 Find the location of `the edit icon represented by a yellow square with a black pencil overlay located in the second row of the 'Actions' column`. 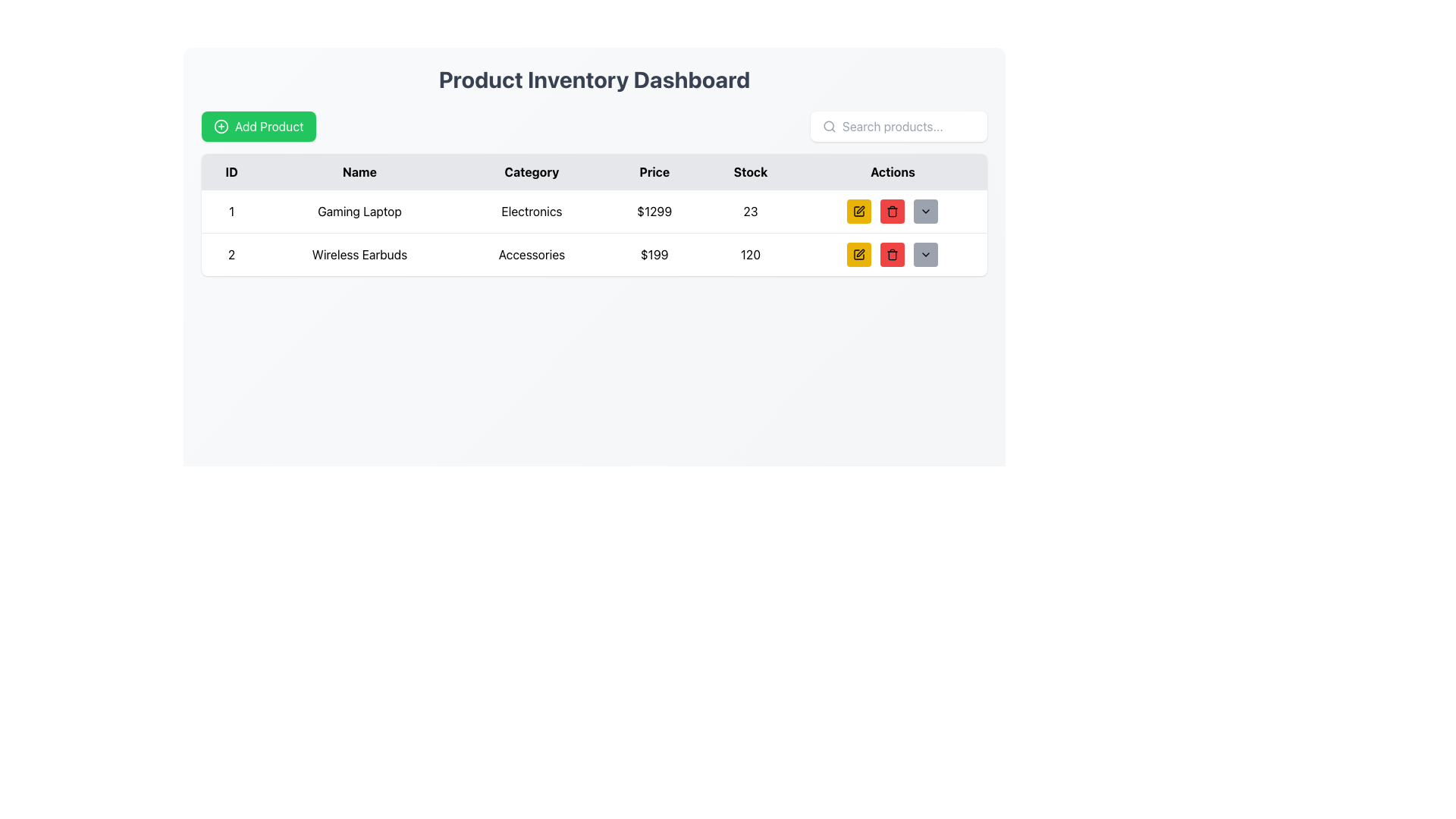

the edit icon represented by a yellow square with a black pencil overlay located in the second row of the 'Actions' column is located at coordinates (859, 253).